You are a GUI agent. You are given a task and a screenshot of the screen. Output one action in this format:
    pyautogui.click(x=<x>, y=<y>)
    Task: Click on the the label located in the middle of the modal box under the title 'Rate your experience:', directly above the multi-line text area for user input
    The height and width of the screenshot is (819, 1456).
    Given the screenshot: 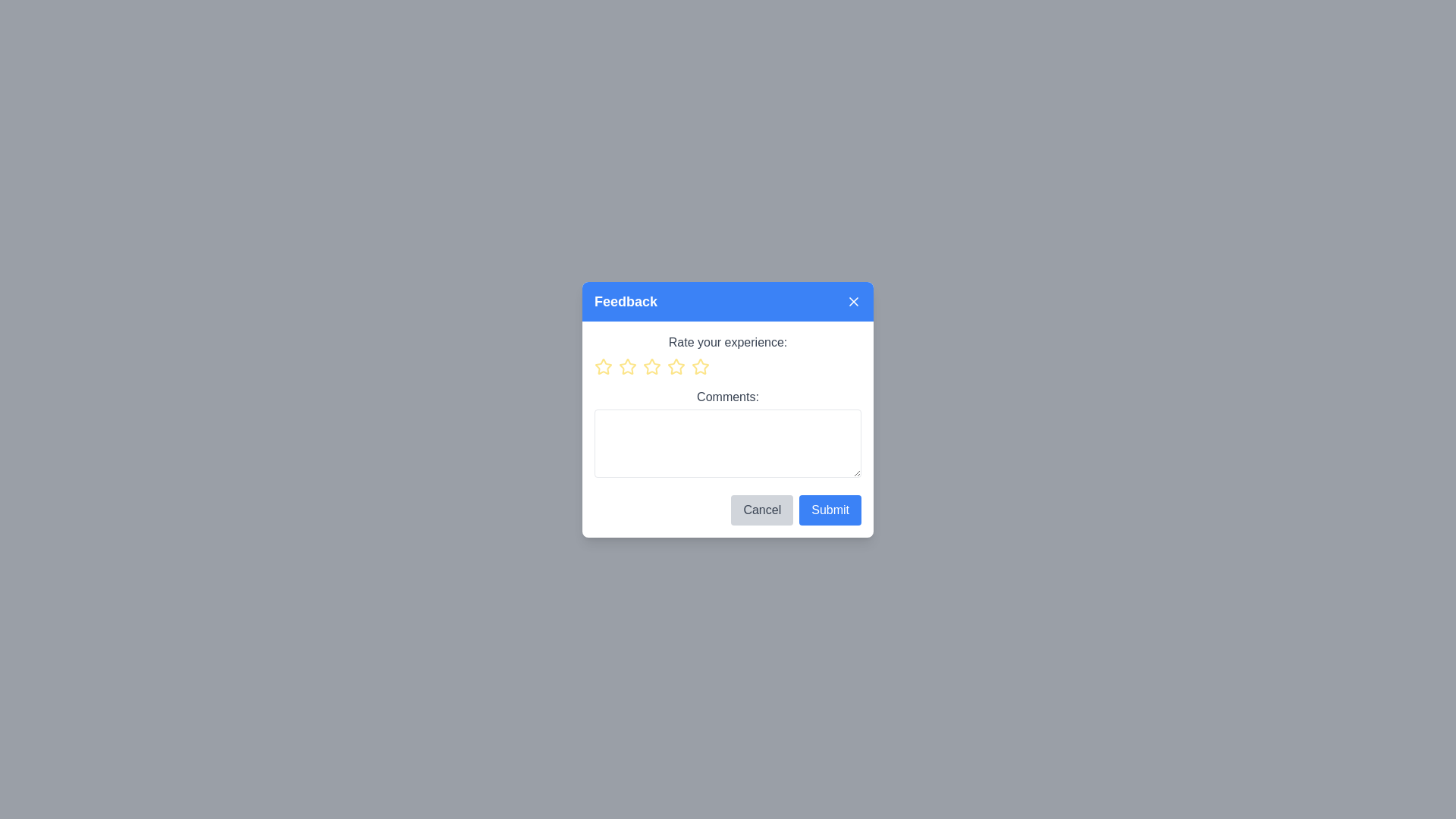 What is the action you would take?
    pyautogui.click(x=728, y=396)
    